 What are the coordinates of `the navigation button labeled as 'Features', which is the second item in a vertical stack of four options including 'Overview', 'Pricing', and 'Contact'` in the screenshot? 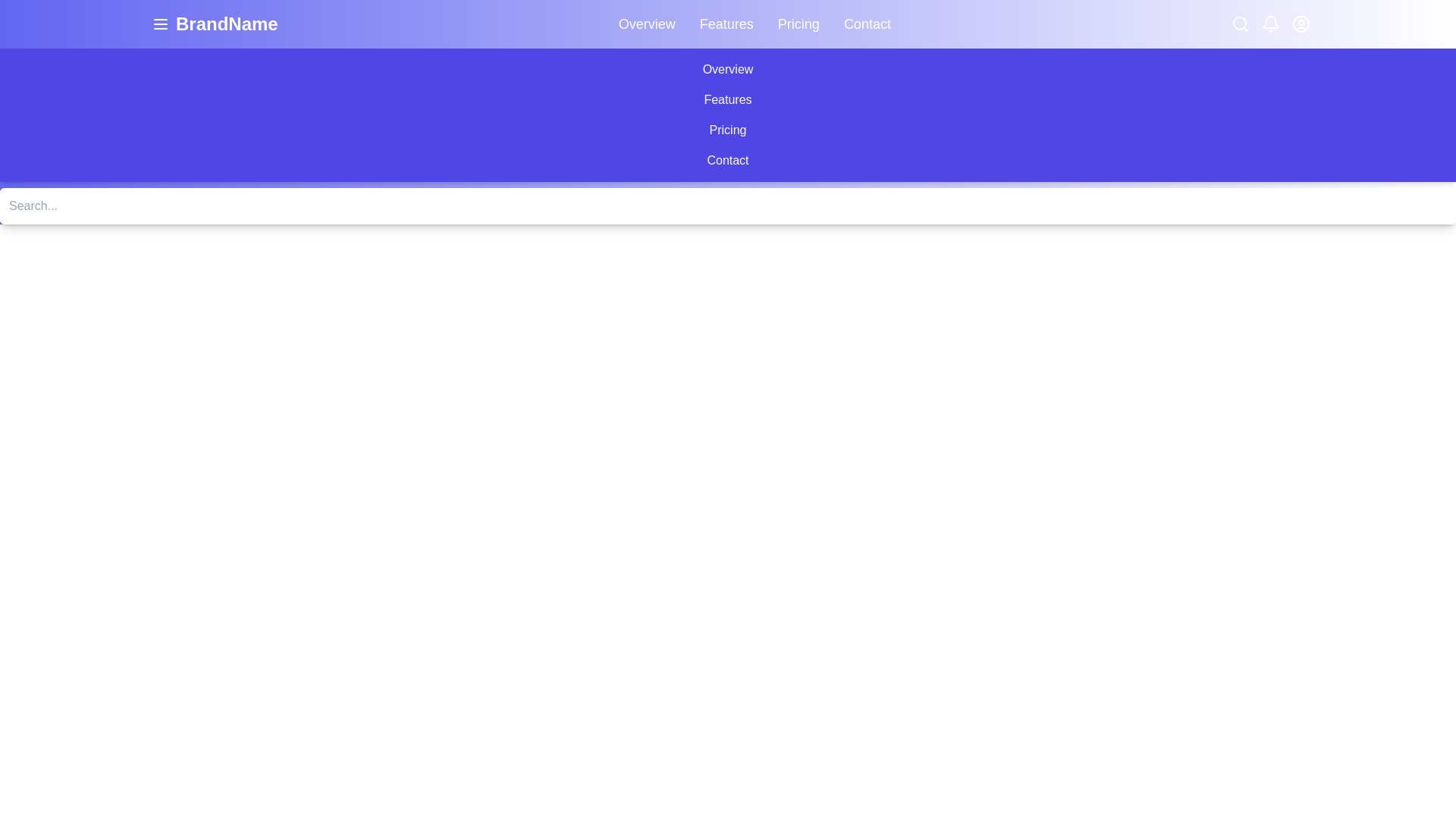 It's located at (728, 99).